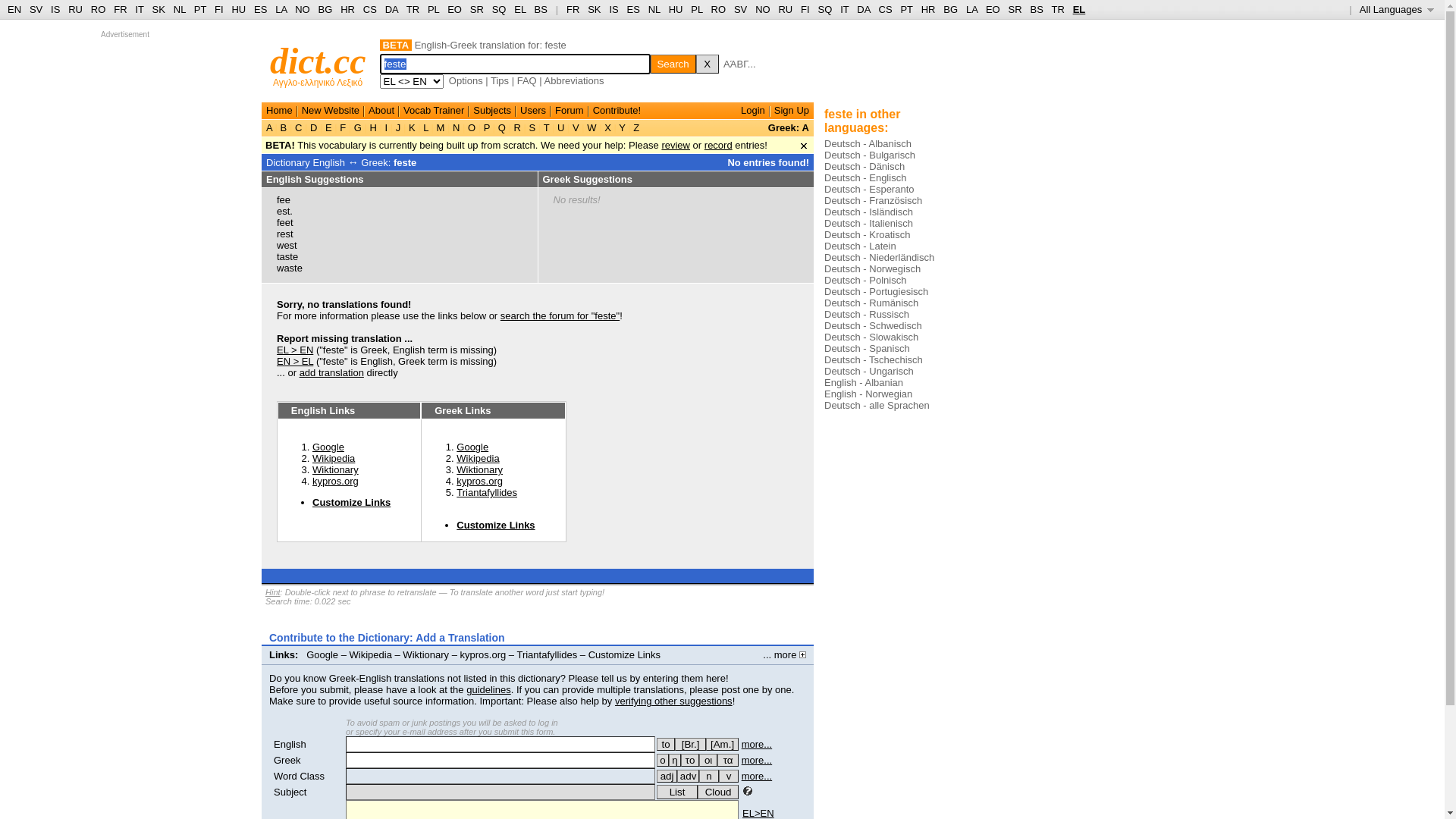  What do you see at coordinates (287, 256) in the screenshot?
I see `'taste'` at bounding box center [287, 256].